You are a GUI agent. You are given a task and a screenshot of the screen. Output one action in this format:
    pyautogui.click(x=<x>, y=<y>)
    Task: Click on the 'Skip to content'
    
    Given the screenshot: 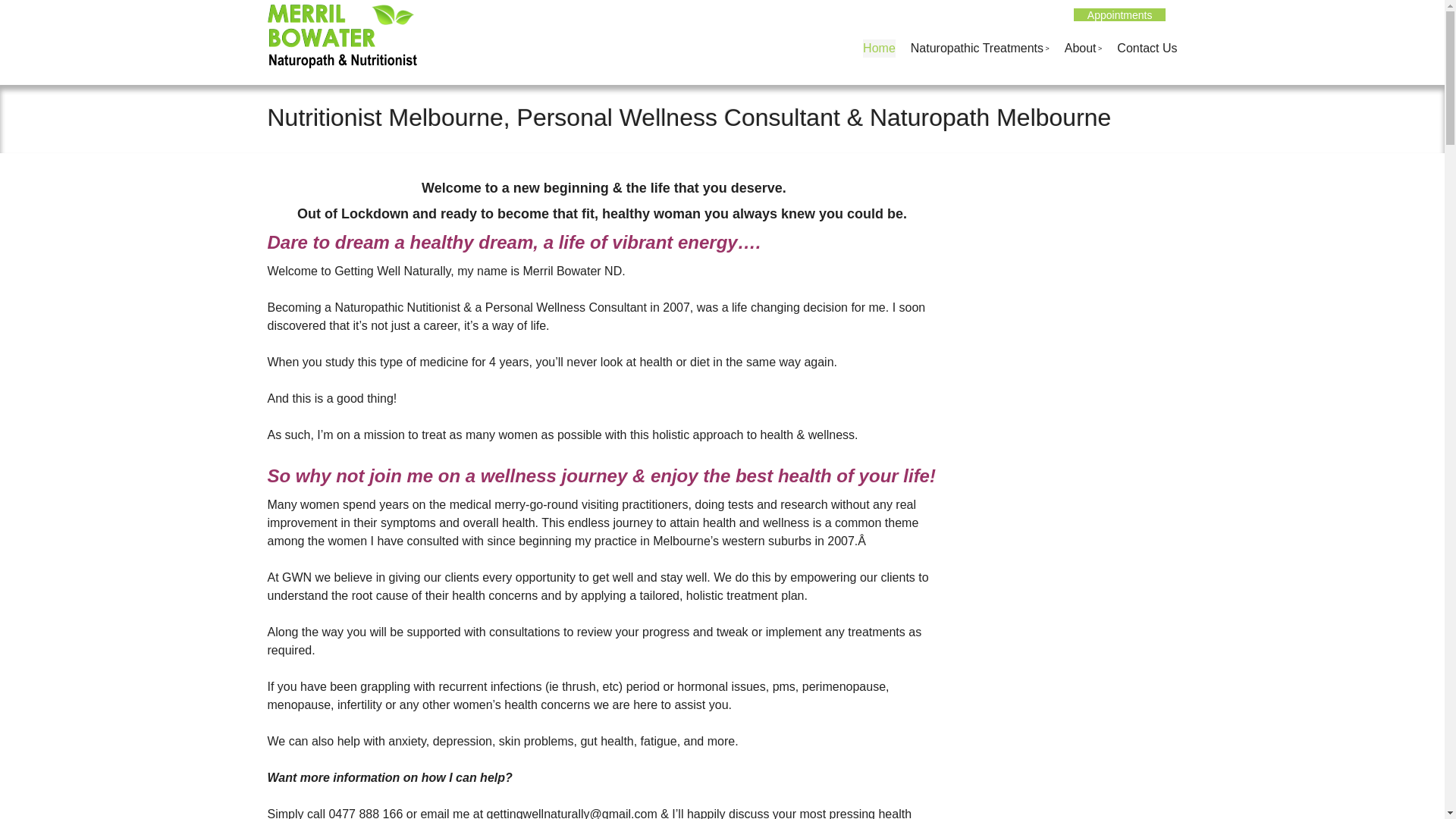 What is the action you would take?
    pyautogui.click(x=888, y=48)
    